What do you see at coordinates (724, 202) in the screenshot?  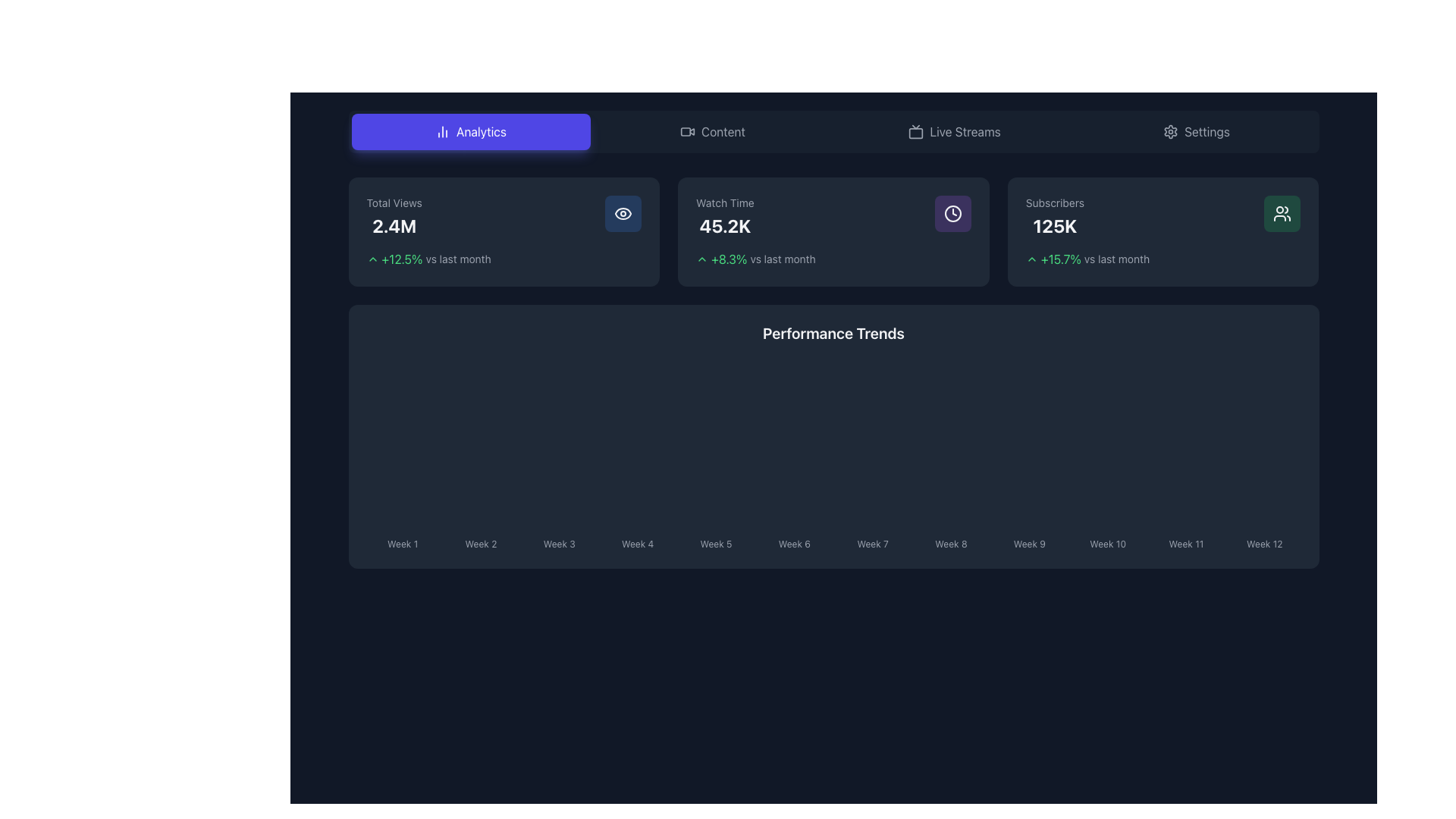 I see `the Text label that provides context for the 'Watch Time' statistic, located at the top-left inside the card component of the dashboard interface` at bounding box center [724, 202].